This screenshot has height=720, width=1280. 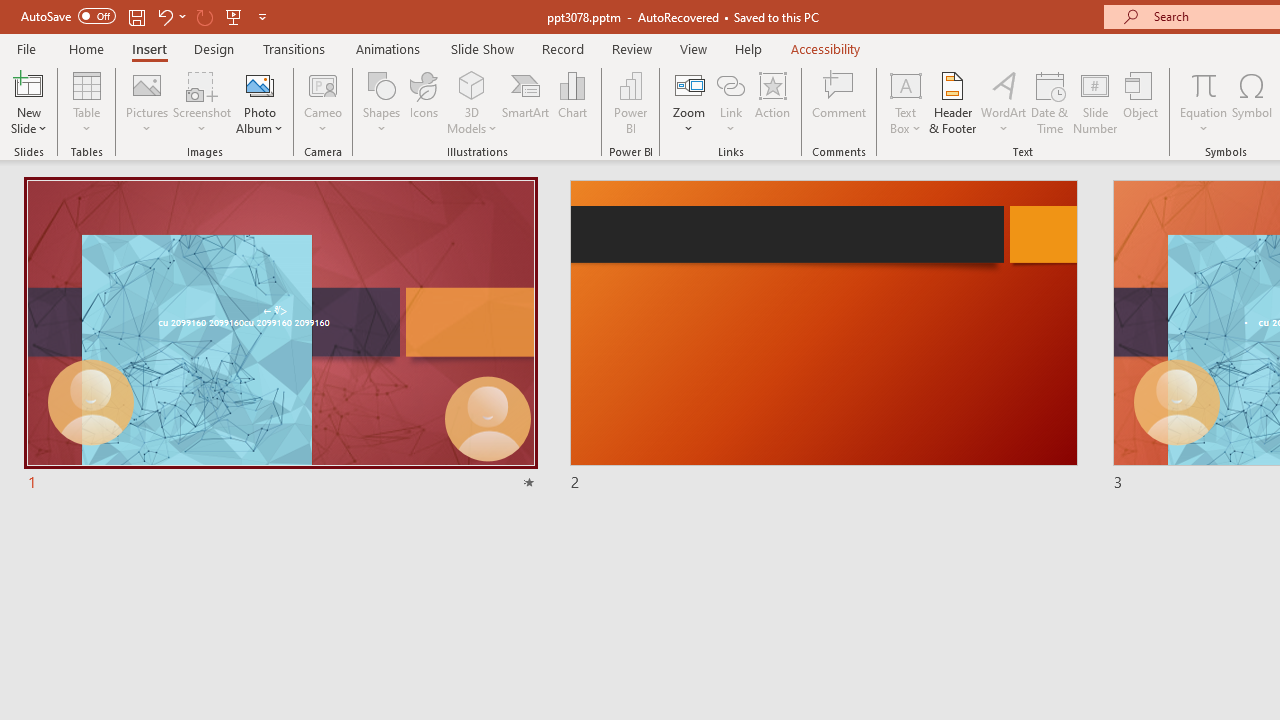 I want to click on 'Equation', so click(x=1202, y=103).